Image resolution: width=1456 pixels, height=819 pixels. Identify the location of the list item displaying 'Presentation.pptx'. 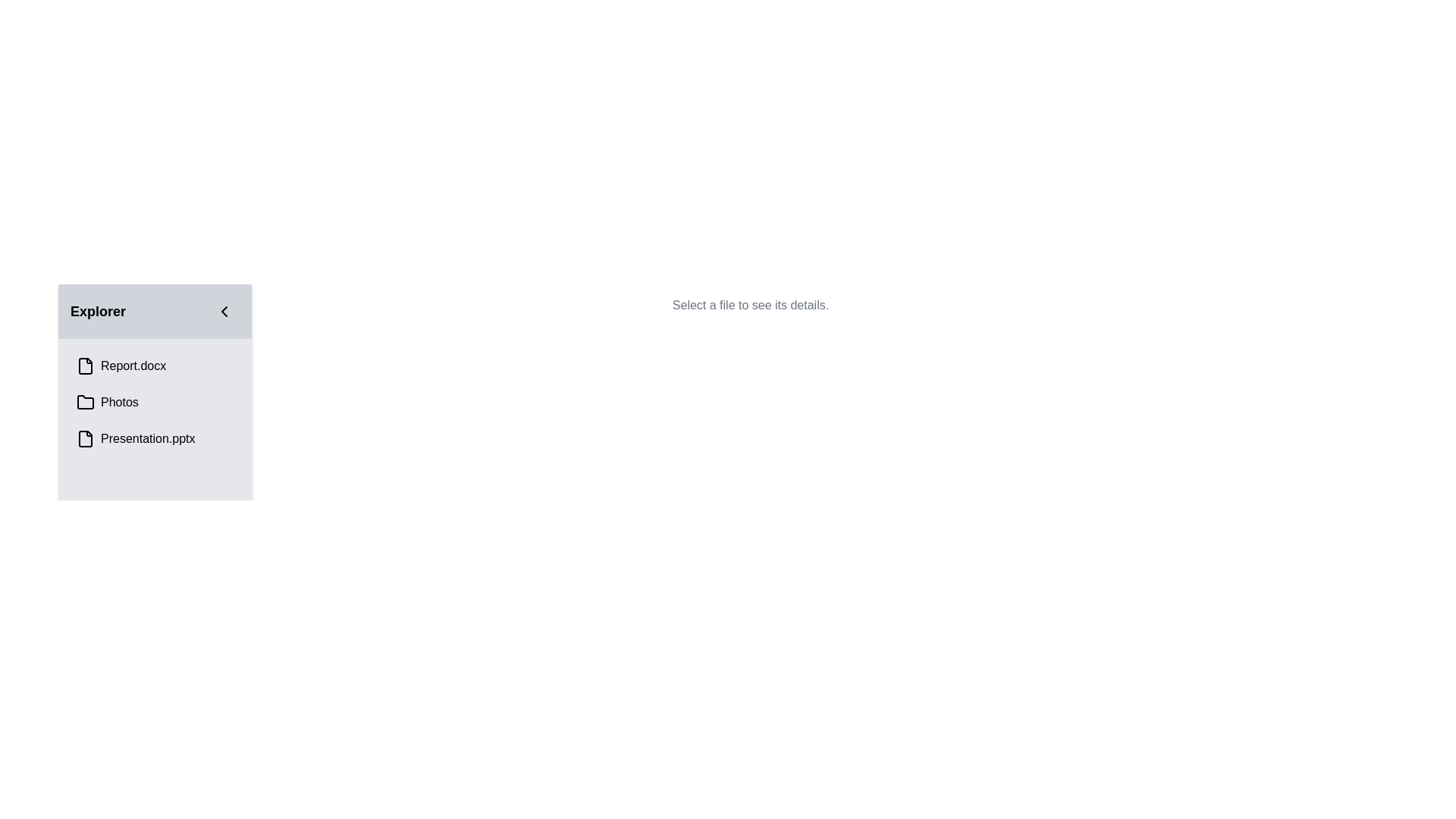
(155, 438).